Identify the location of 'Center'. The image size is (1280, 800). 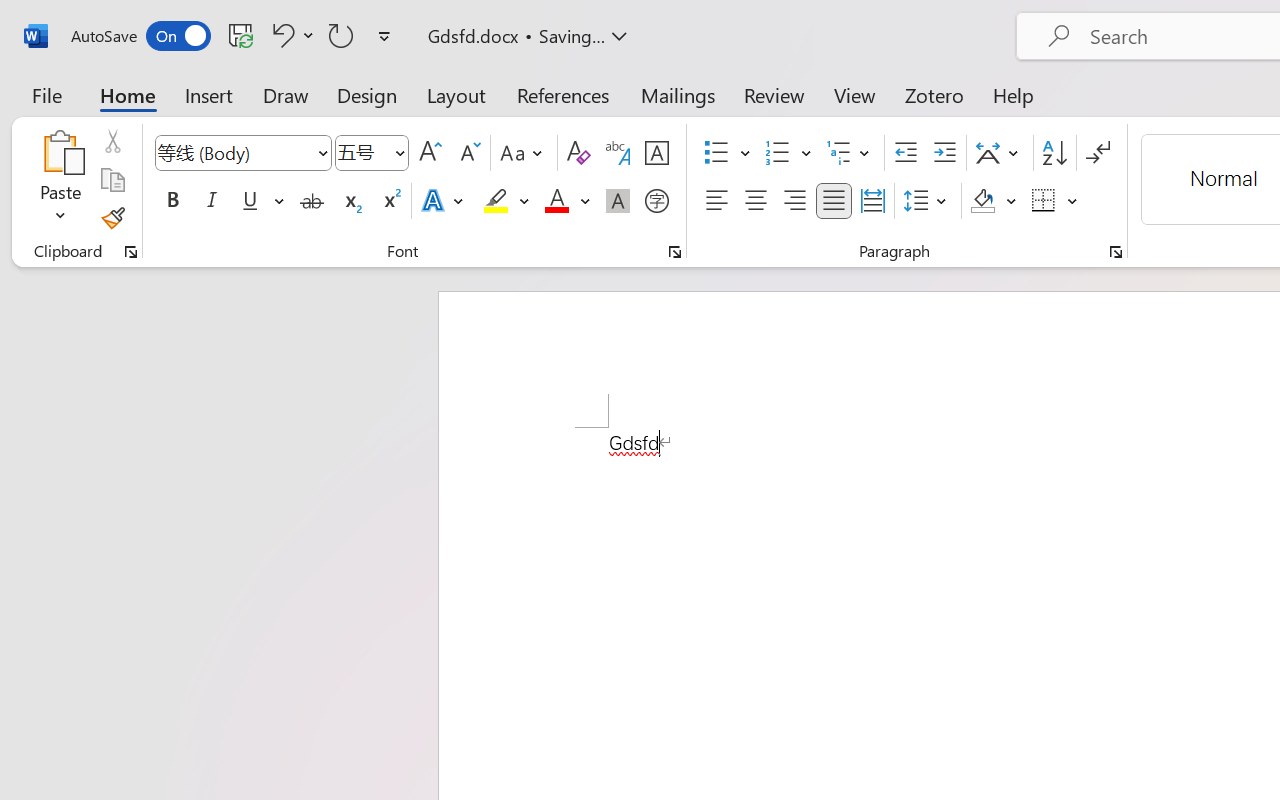
(755, 201).